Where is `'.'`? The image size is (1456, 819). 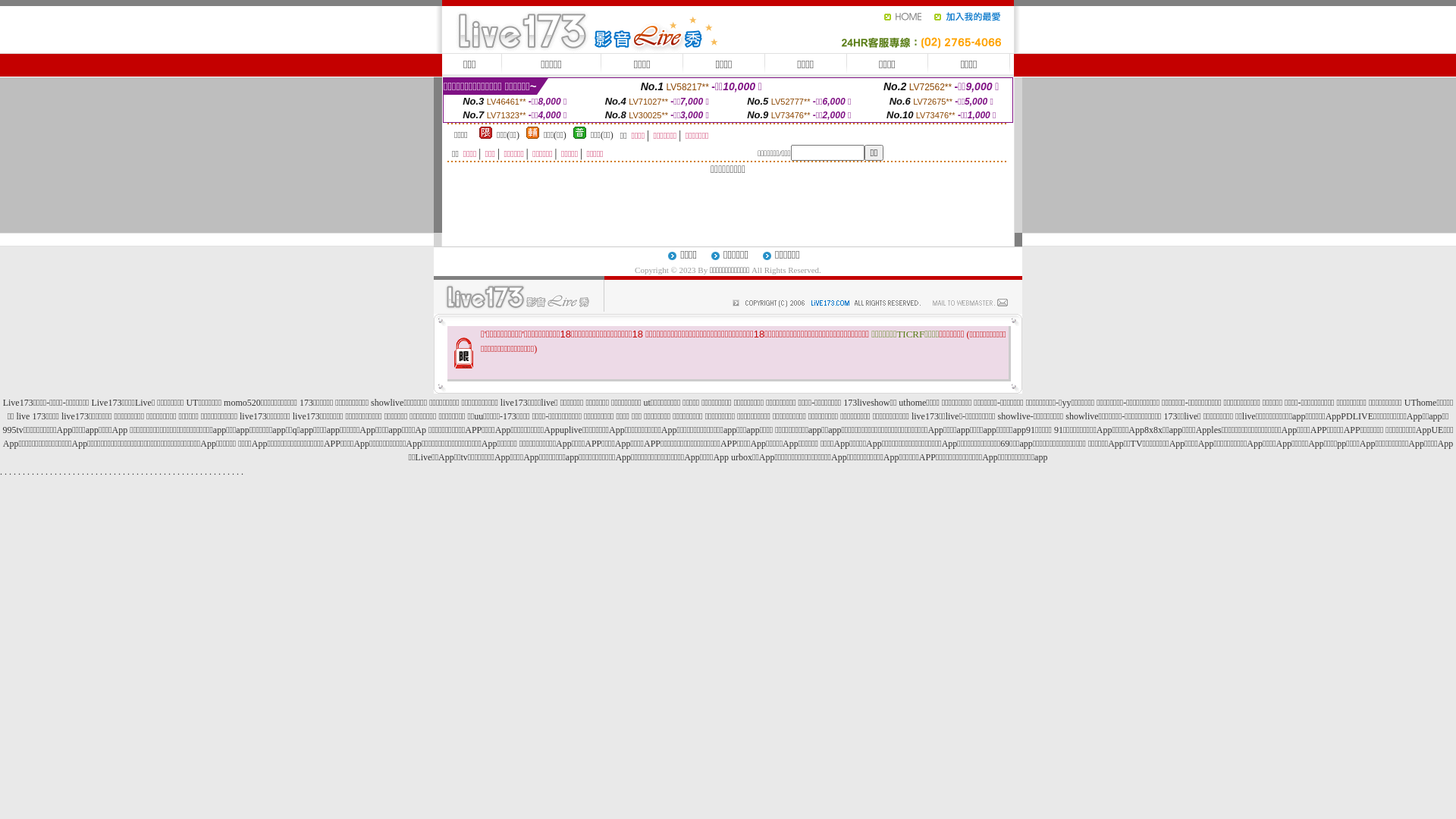 '.' is located at coordinates (223, 470).